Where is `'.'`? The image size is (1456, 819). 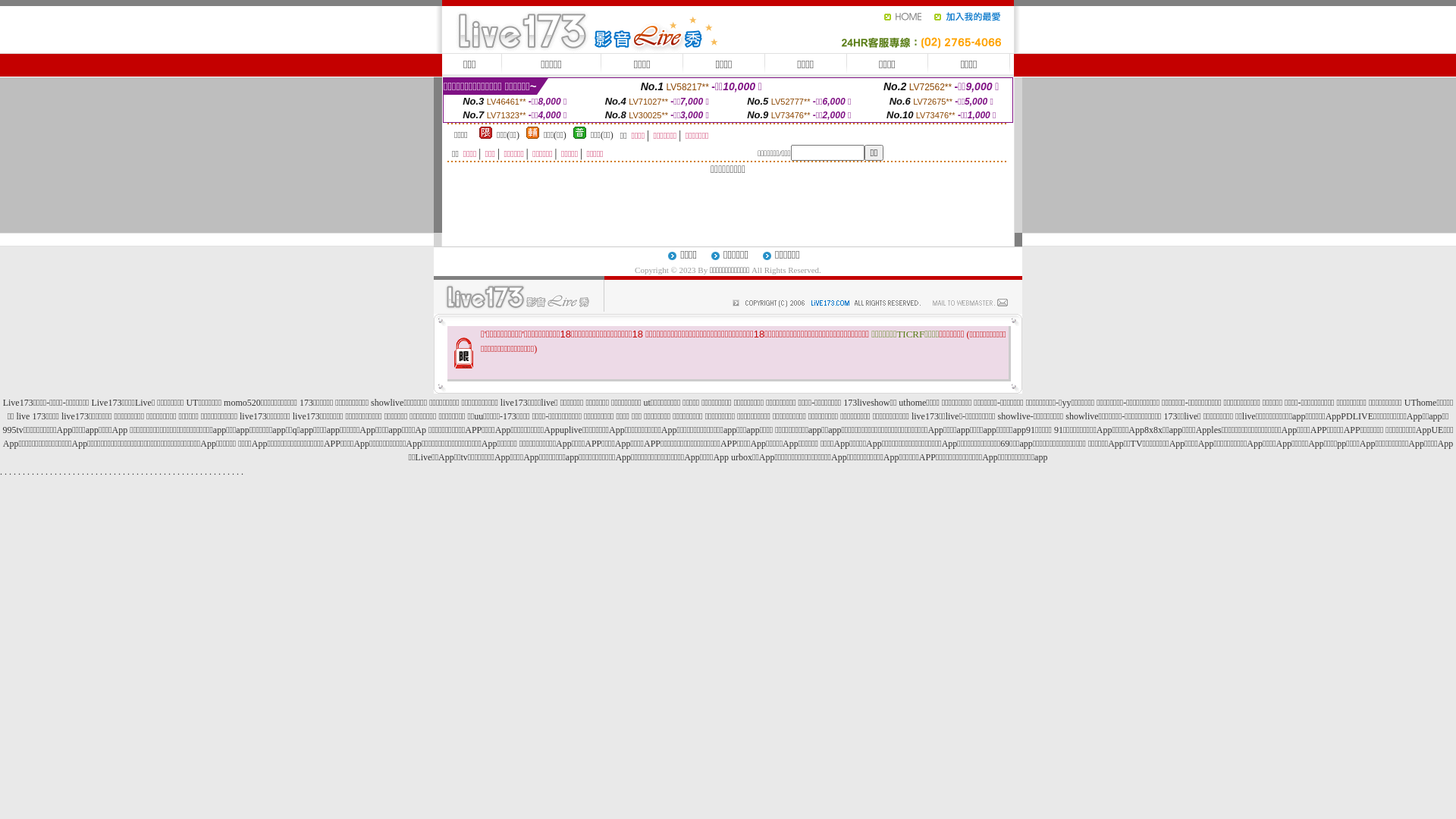 '.' is located at coordinates (223, 470).